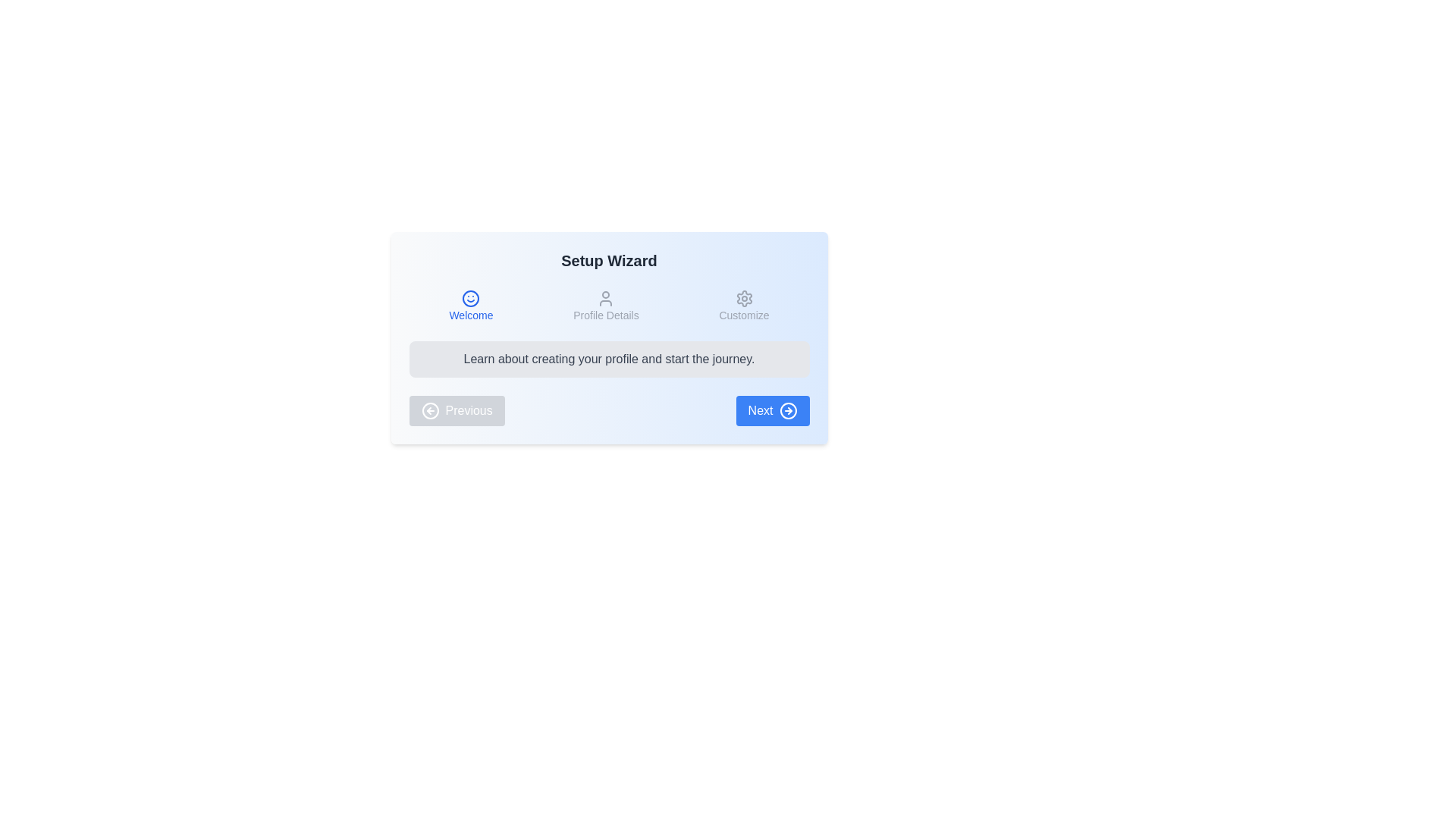 The height and width of the screenshot is (819, 1456). I want to click on the heading label that indicates the title of the current wizard step, positioned at the top-center of the setup wizard interface, so click(609, 259).